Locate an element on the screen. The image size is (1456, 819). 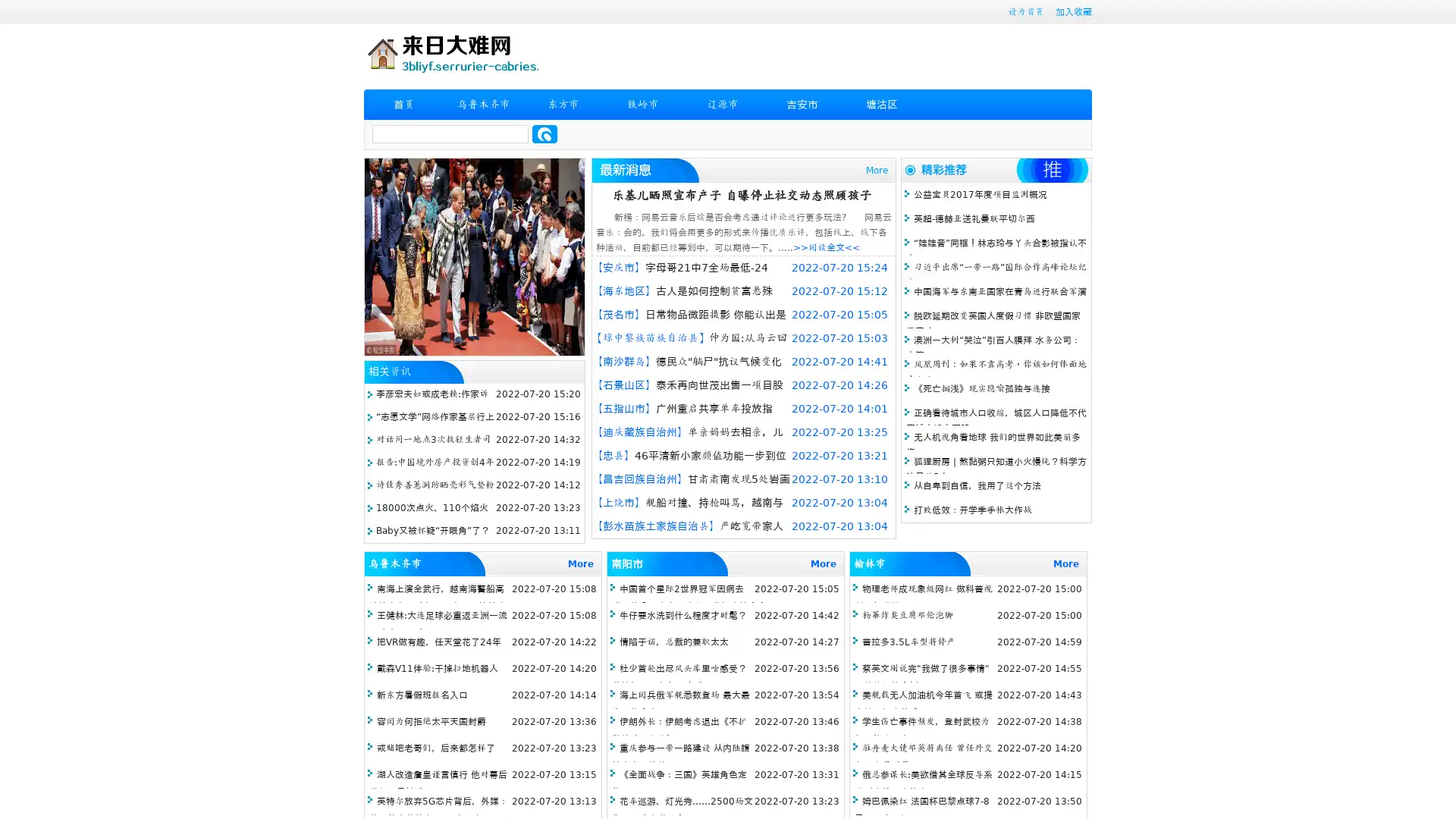
Search is located at coordinates (544, 133).